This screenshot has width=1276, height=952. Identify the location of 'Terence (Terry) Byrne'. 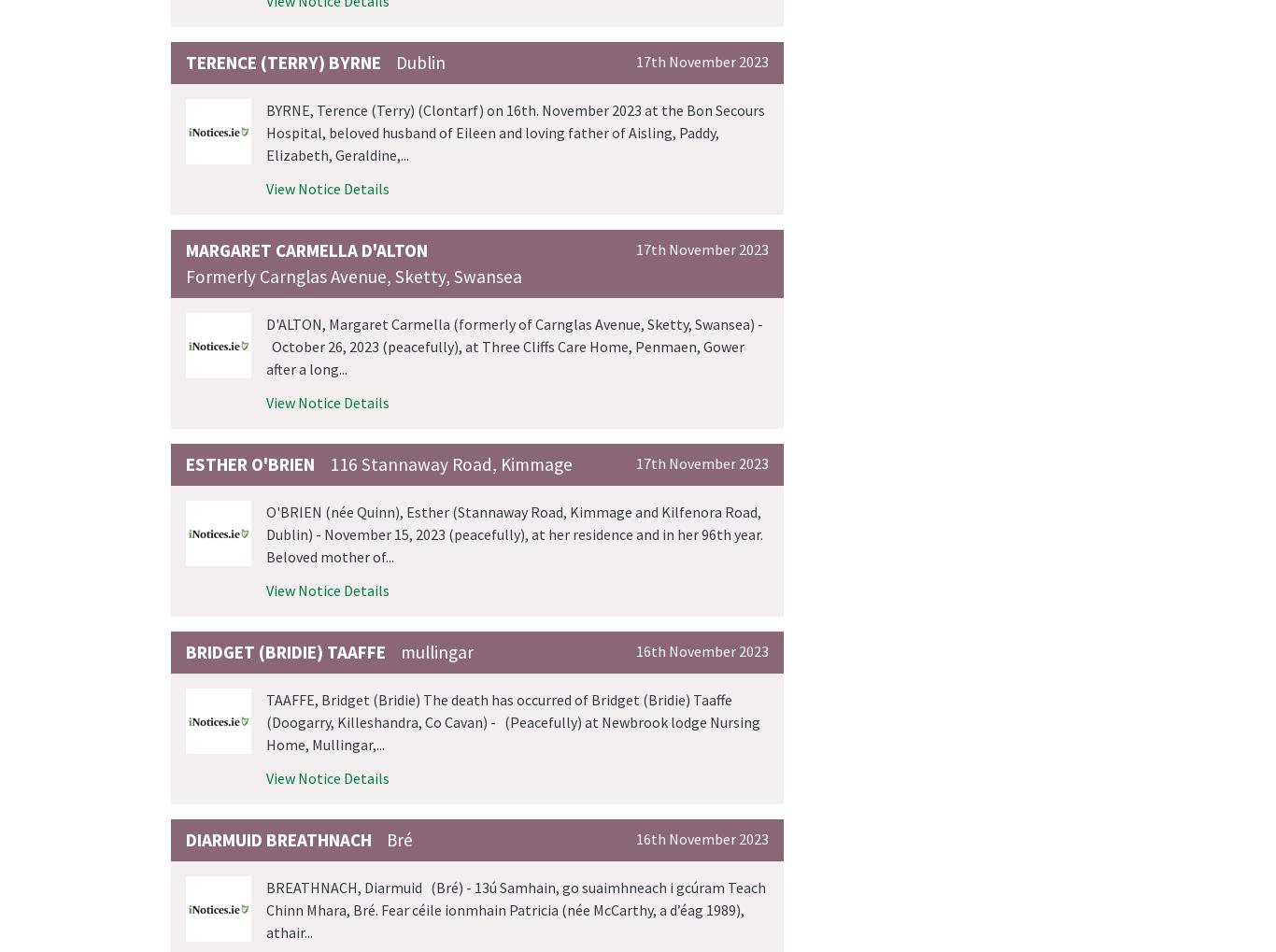
(185, 62).